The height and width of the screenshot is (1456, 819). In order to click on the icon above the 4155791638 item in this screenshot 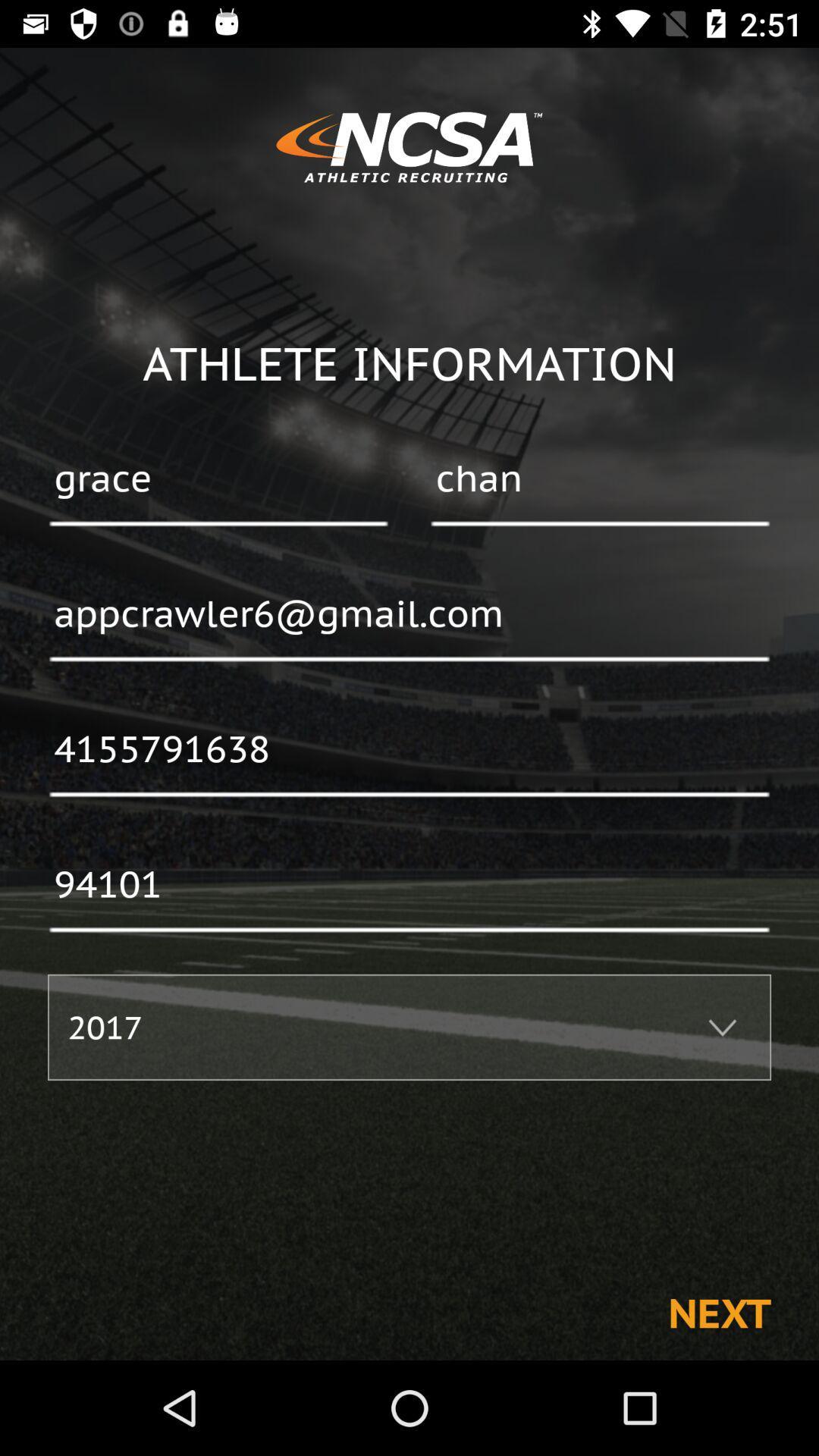, I will do `click(409, 615)`.